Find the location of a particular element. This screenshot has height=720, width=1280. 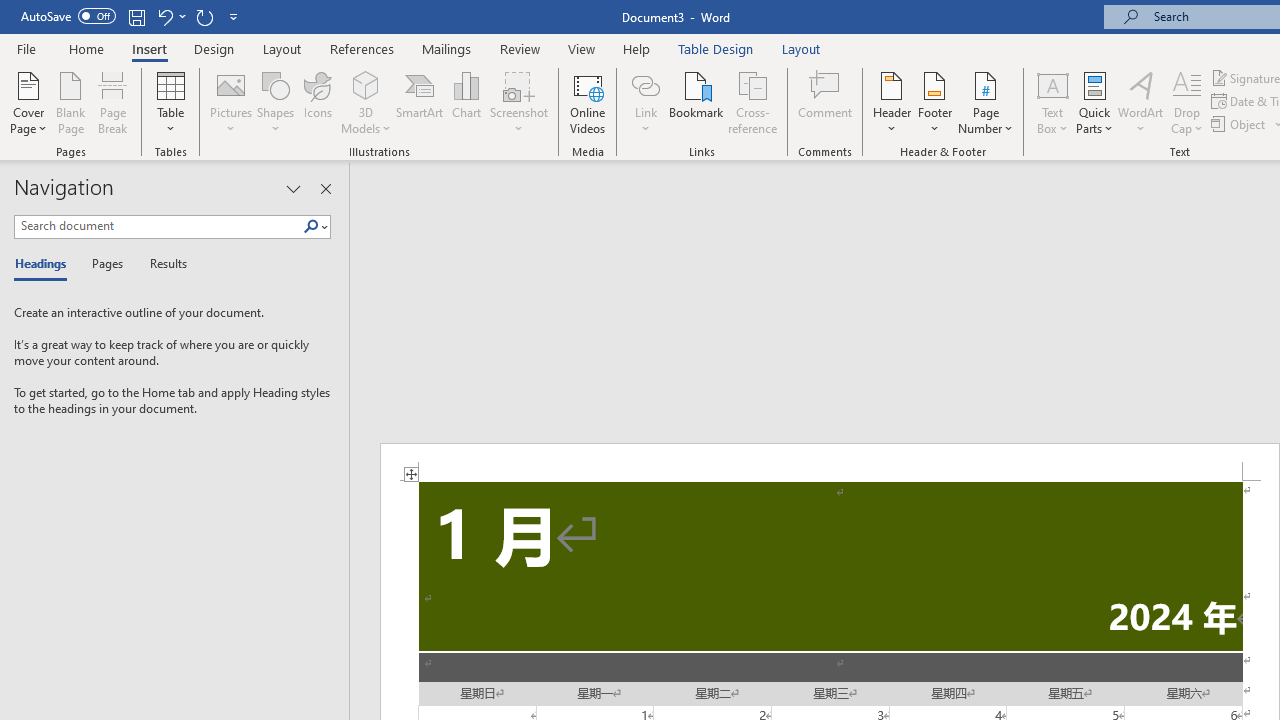

'Blank Page' is located at coordinates (71, 103).